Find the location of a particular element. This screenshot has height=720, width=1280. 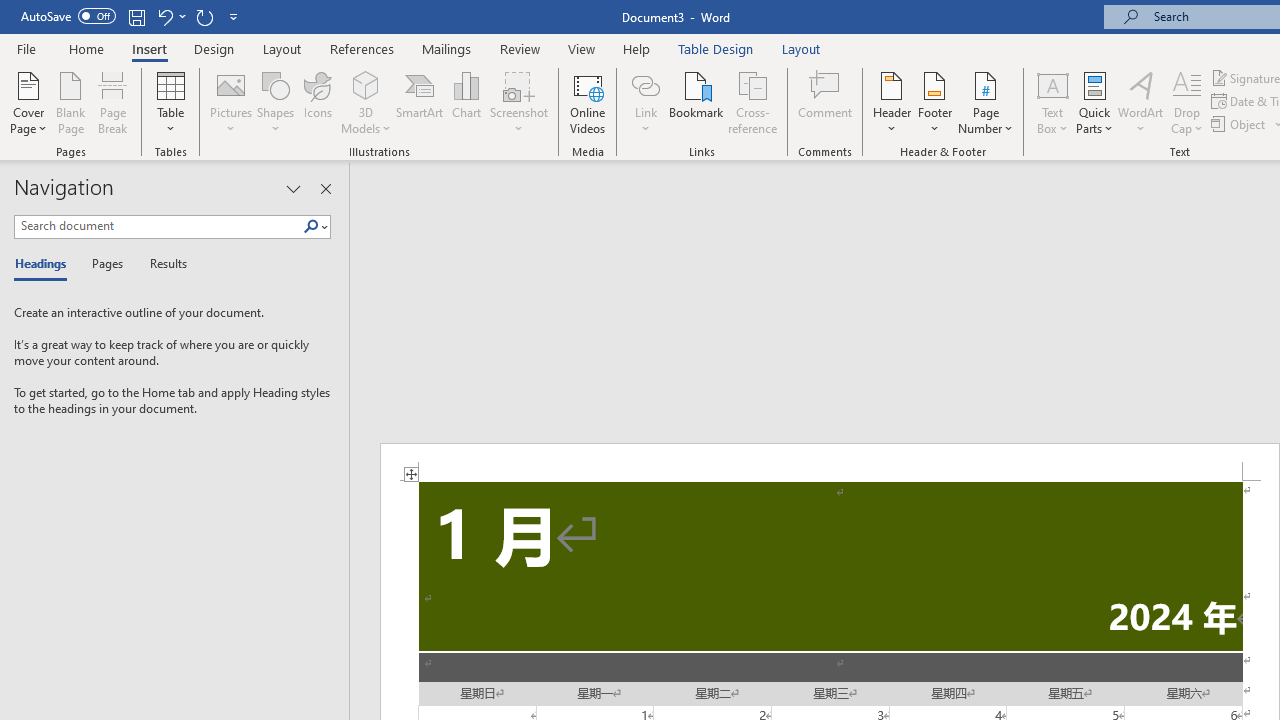

'Blank Page' is located at coordinates (71, 103).